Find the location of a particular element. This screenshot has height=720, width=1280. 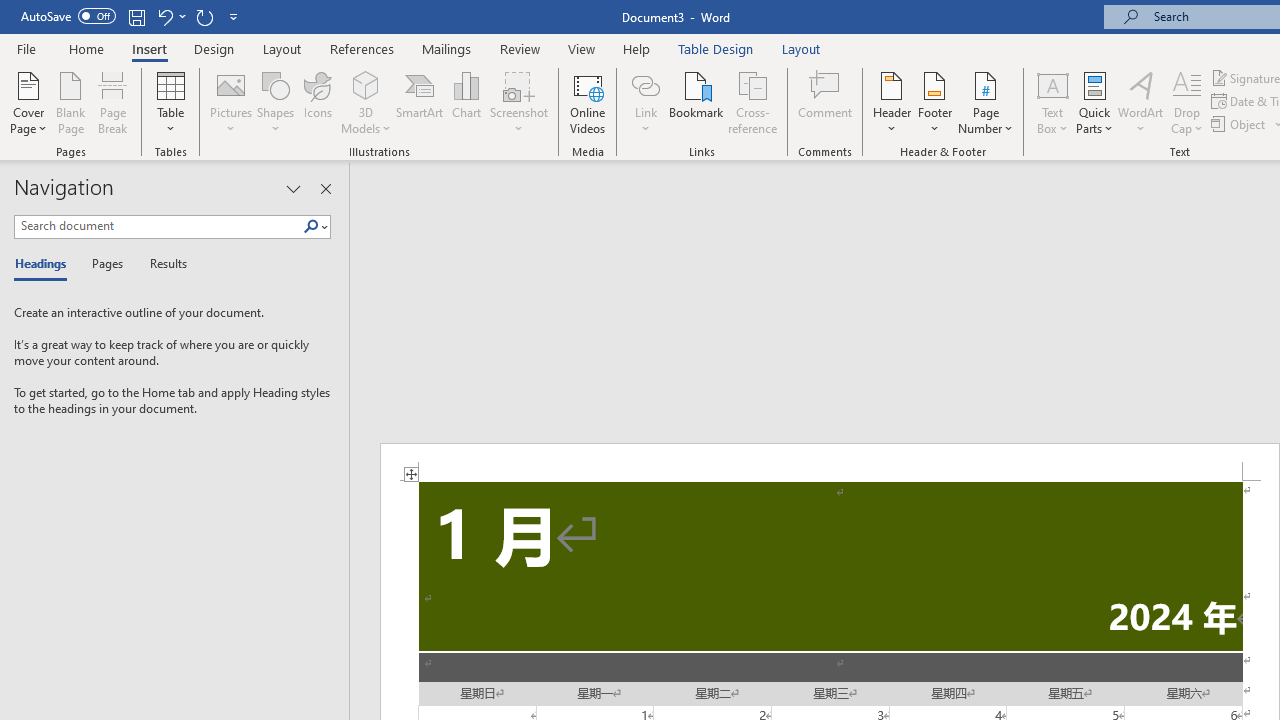

'Blank Page' is located at coordinates (71, 103).